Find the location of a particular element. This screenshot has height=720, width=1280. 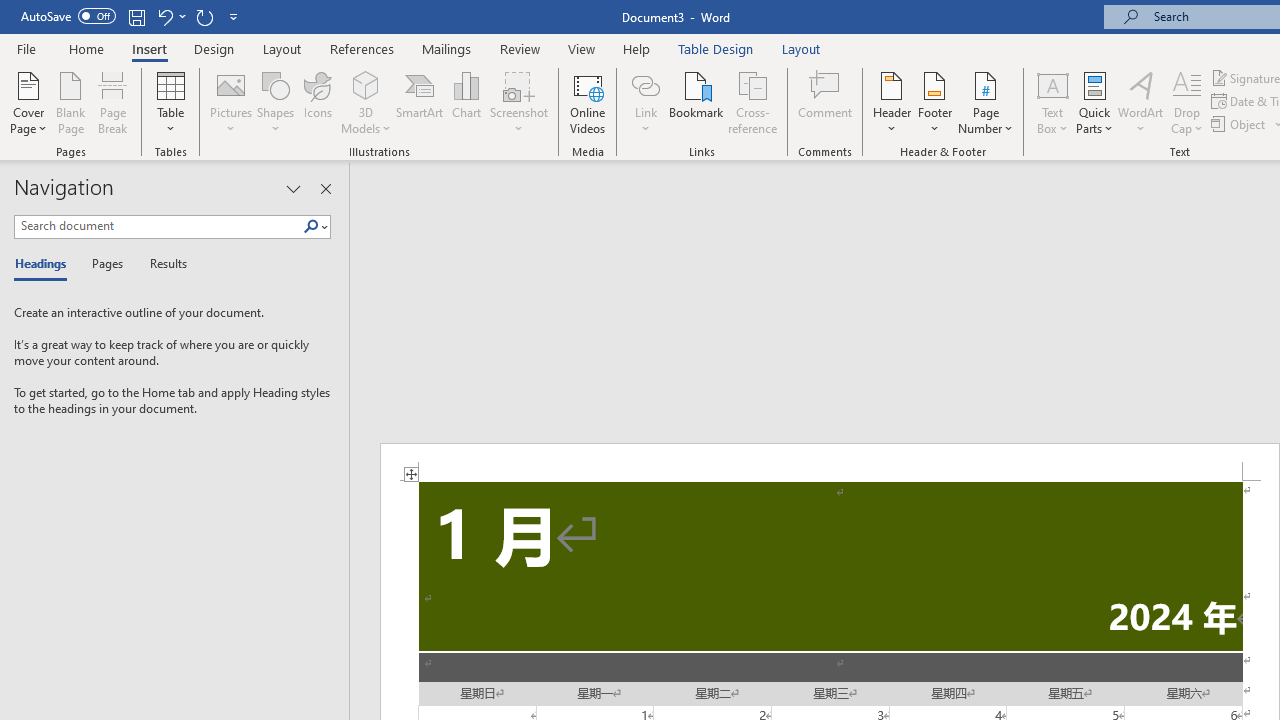

'Blank Page' is located at coordinates (71, 103).